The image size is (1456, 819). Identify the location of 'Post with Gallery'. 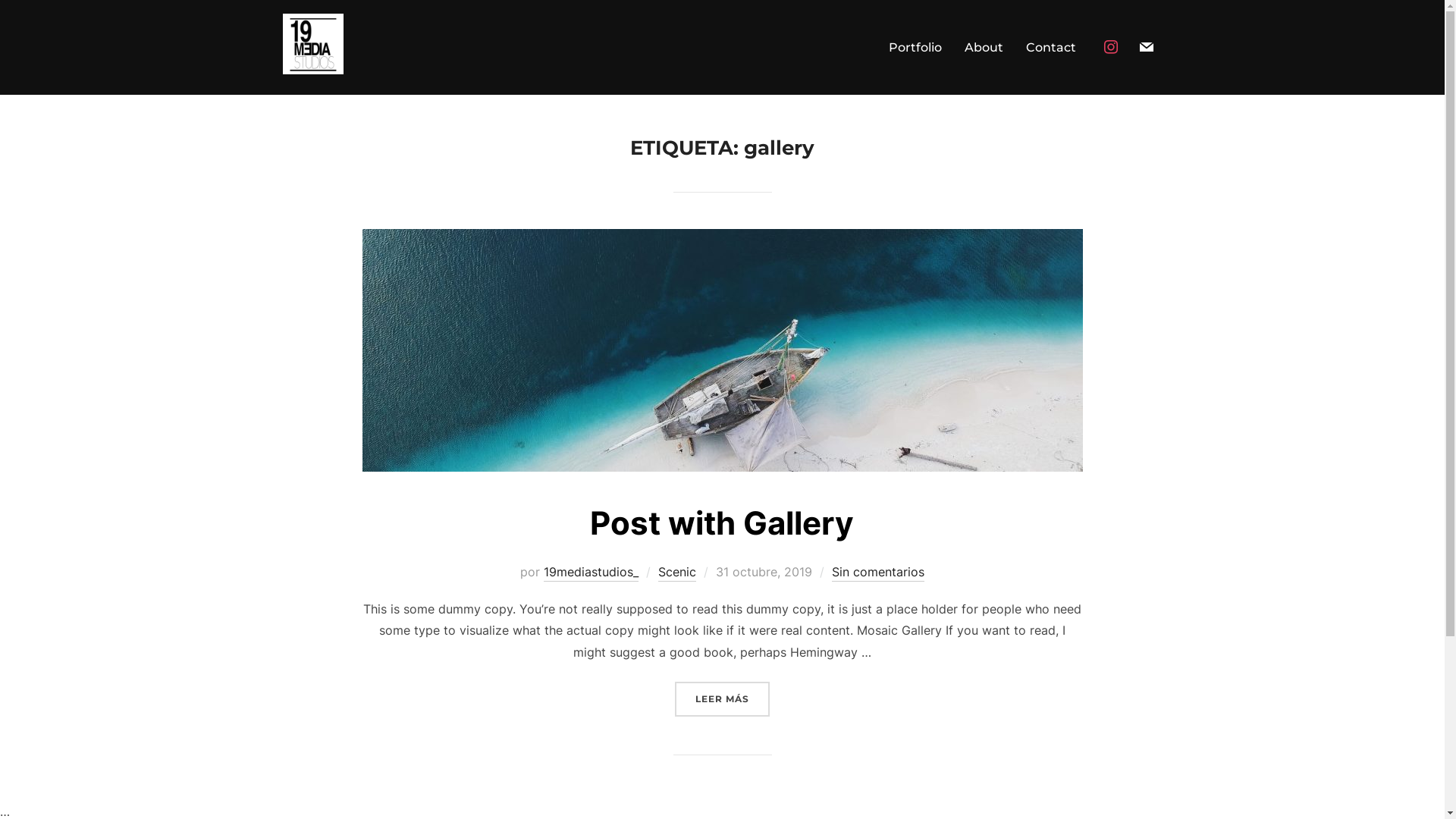
(720, 522).